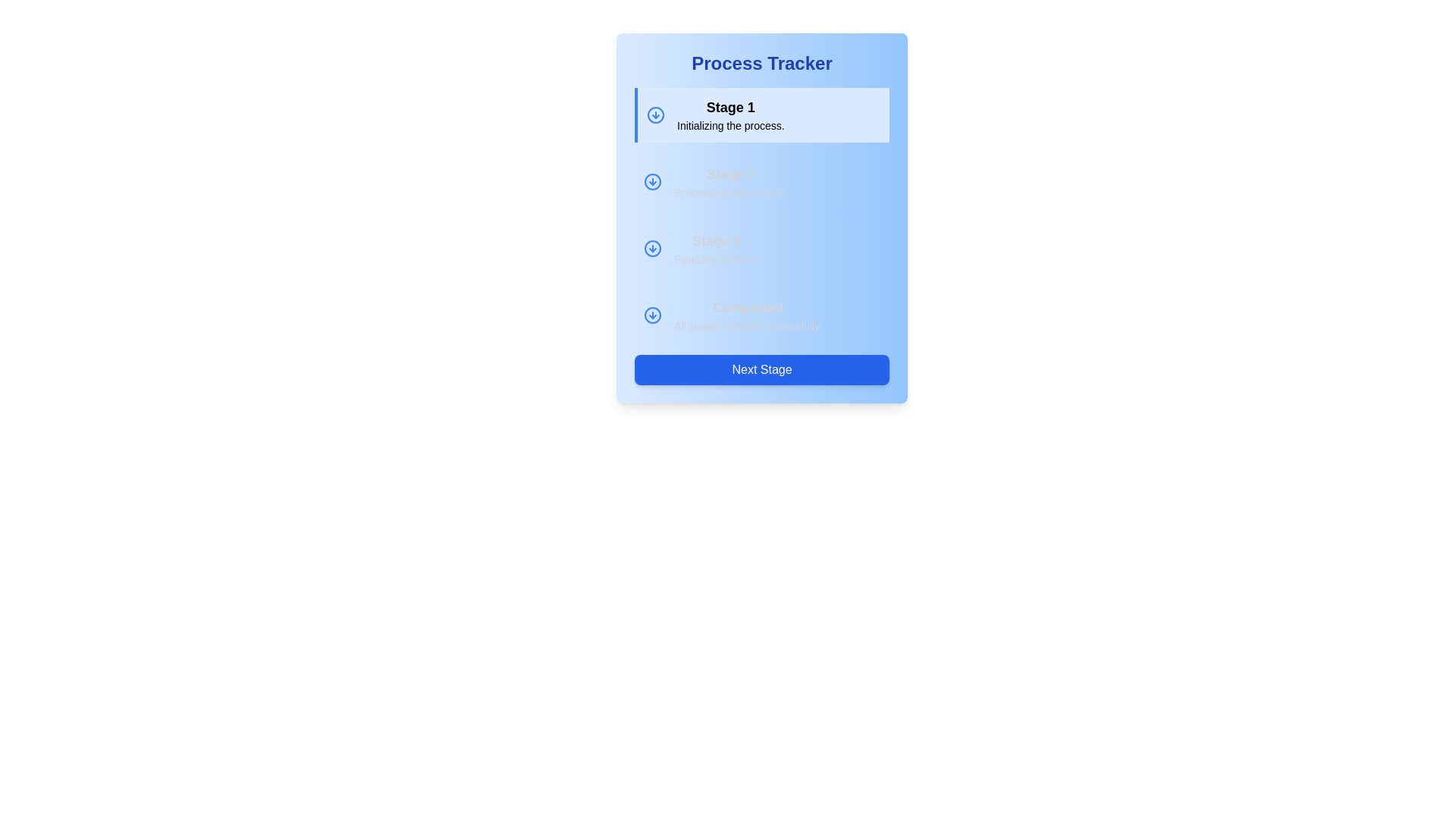 This screenshot has width=1456, height=819. What do you see at coordinates (730, 124) in the screenshot?
I see `the text label displaying 'Initializing the process.' which is located beneath the title 'Stage 1' in the 'Process Tracker' panel` at bounding box center [730, 124].